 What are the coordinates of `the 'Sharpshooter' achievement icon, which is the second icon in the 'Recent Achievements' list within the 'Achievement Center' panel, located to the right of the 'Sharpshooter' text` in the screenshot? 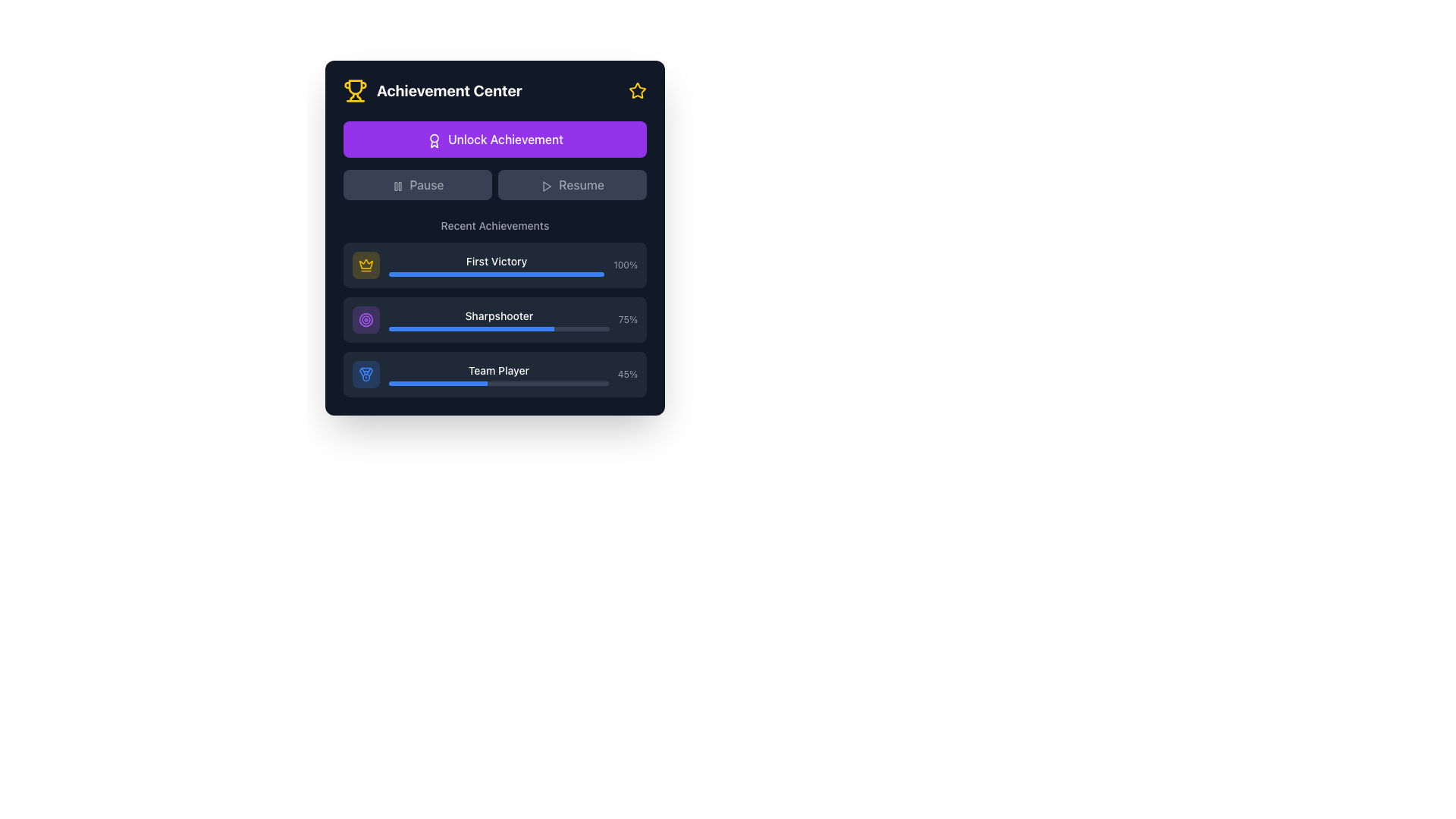 It's located at (366, 318).